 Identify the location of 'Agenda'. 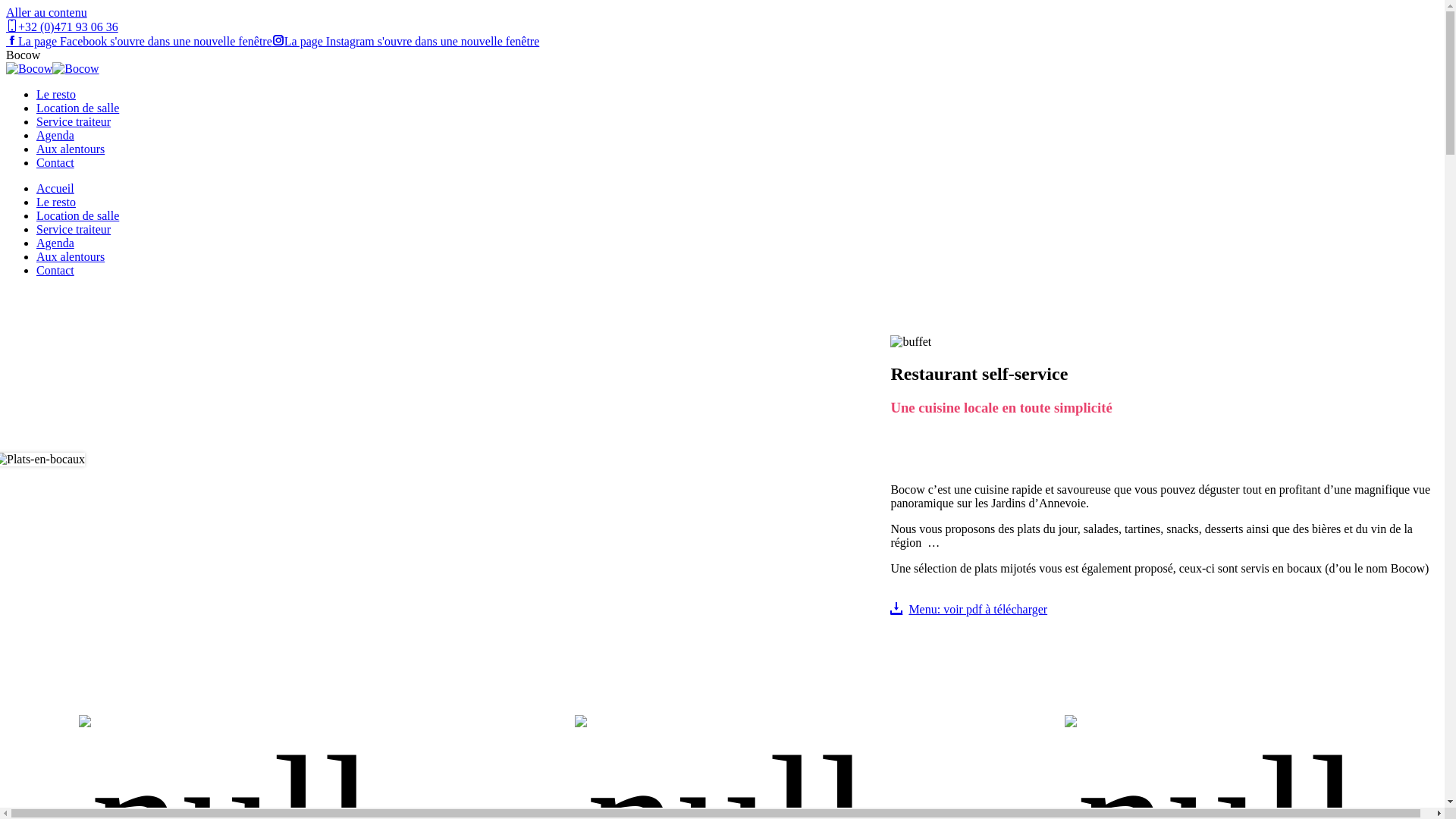
(55, 242).